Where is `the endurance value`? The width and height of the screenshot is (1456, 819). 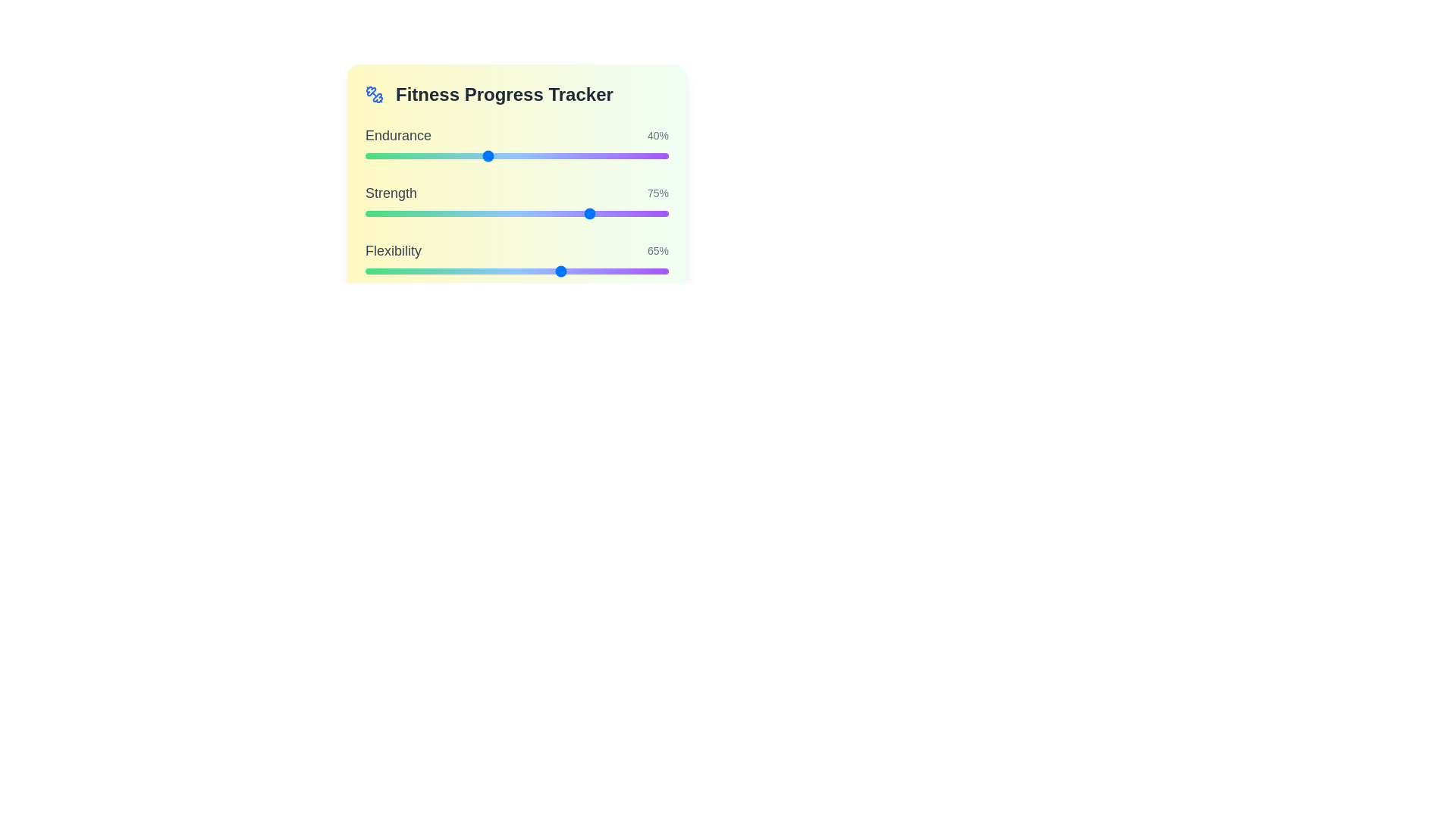
the endurance value is located at coordinates (495, 155).